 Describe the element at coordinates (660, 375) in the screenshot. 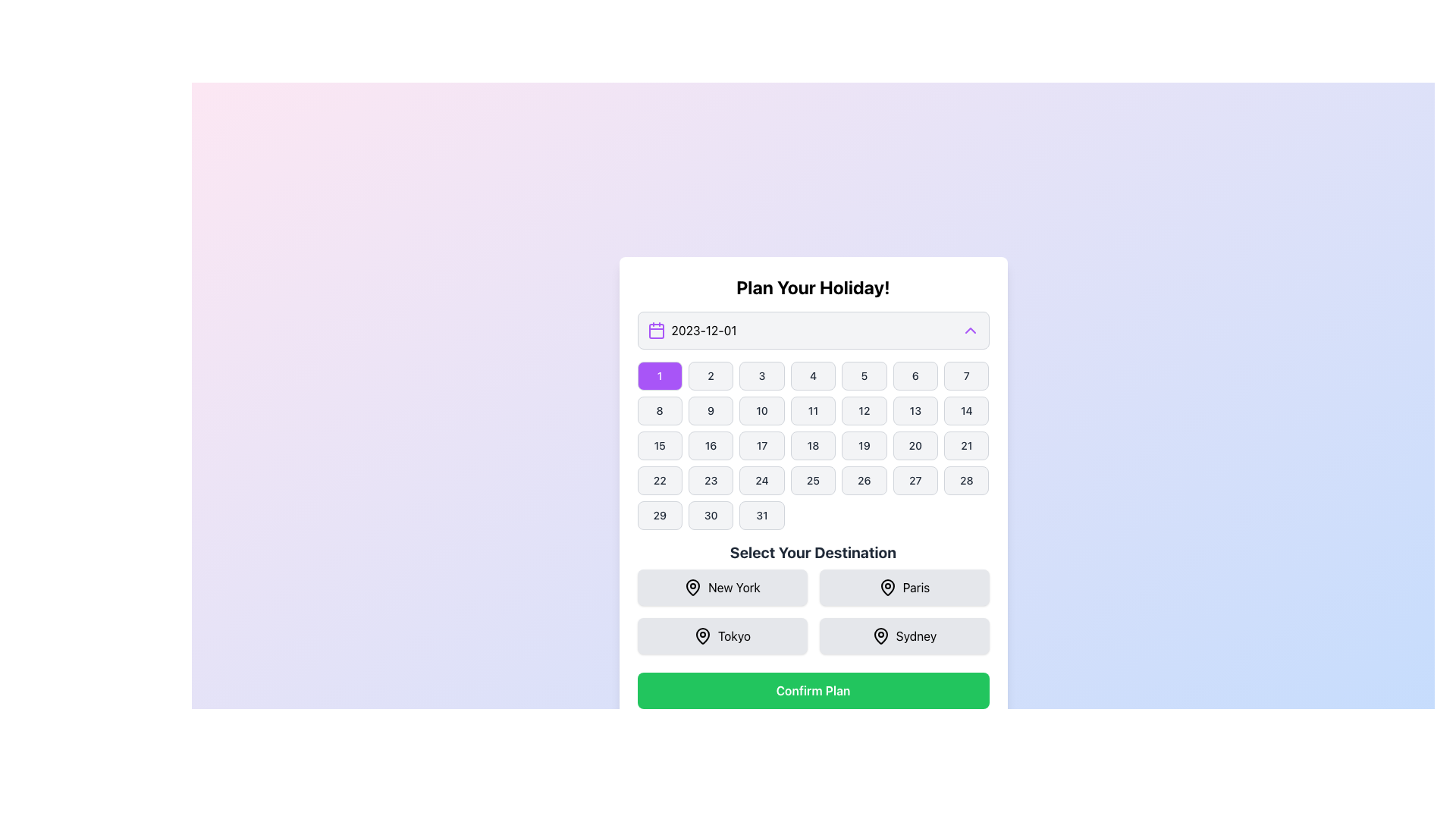

I see `the purple button with the numeral '1' in white text located in the top-left corner of the calendar grid` at that location.